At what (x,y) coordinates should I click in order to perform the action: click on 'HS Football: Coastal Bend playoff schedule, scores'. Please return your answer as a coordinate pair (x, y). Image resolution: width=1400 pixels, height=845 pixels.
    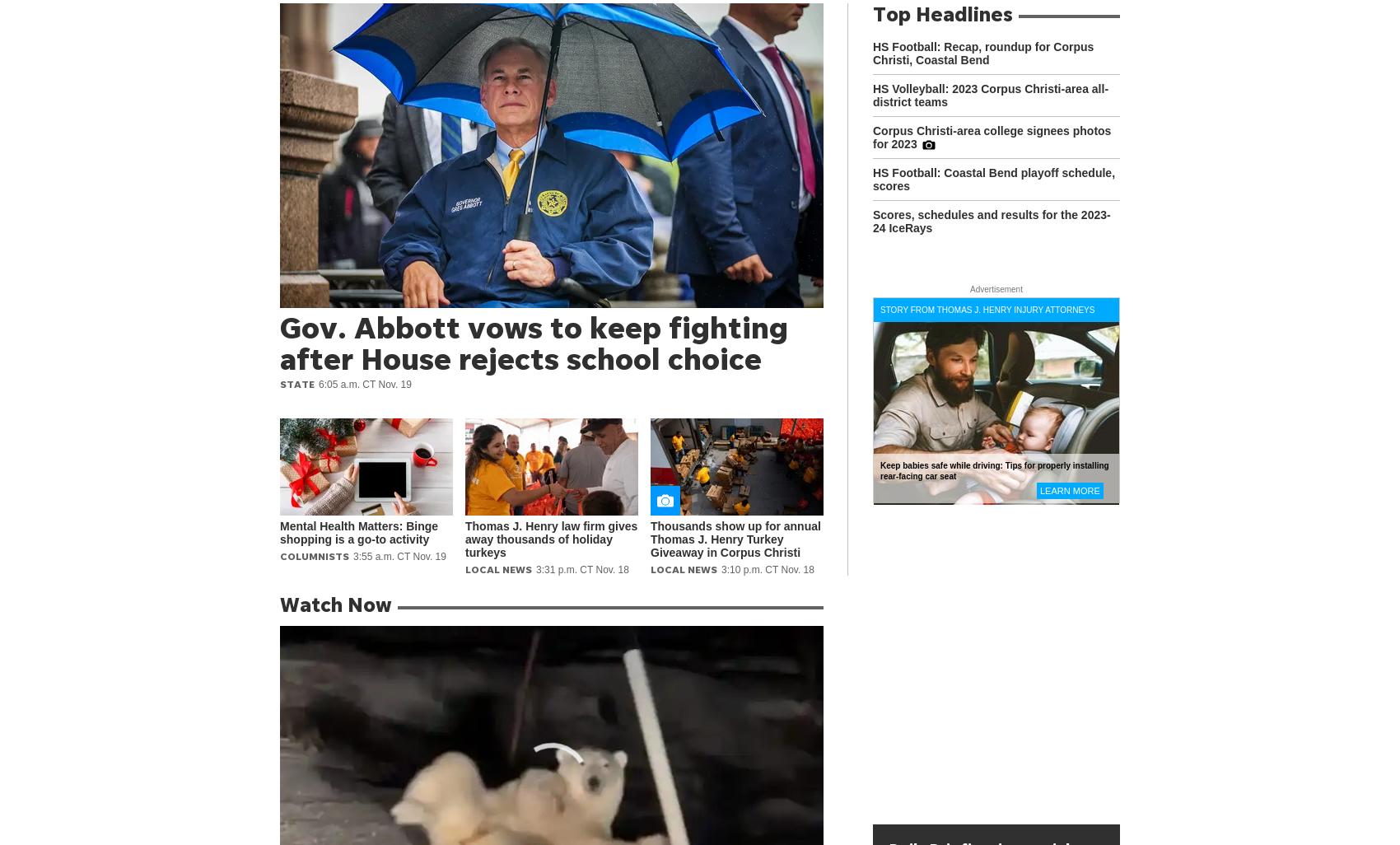
    Looking at the image, I should click on (993, 180).